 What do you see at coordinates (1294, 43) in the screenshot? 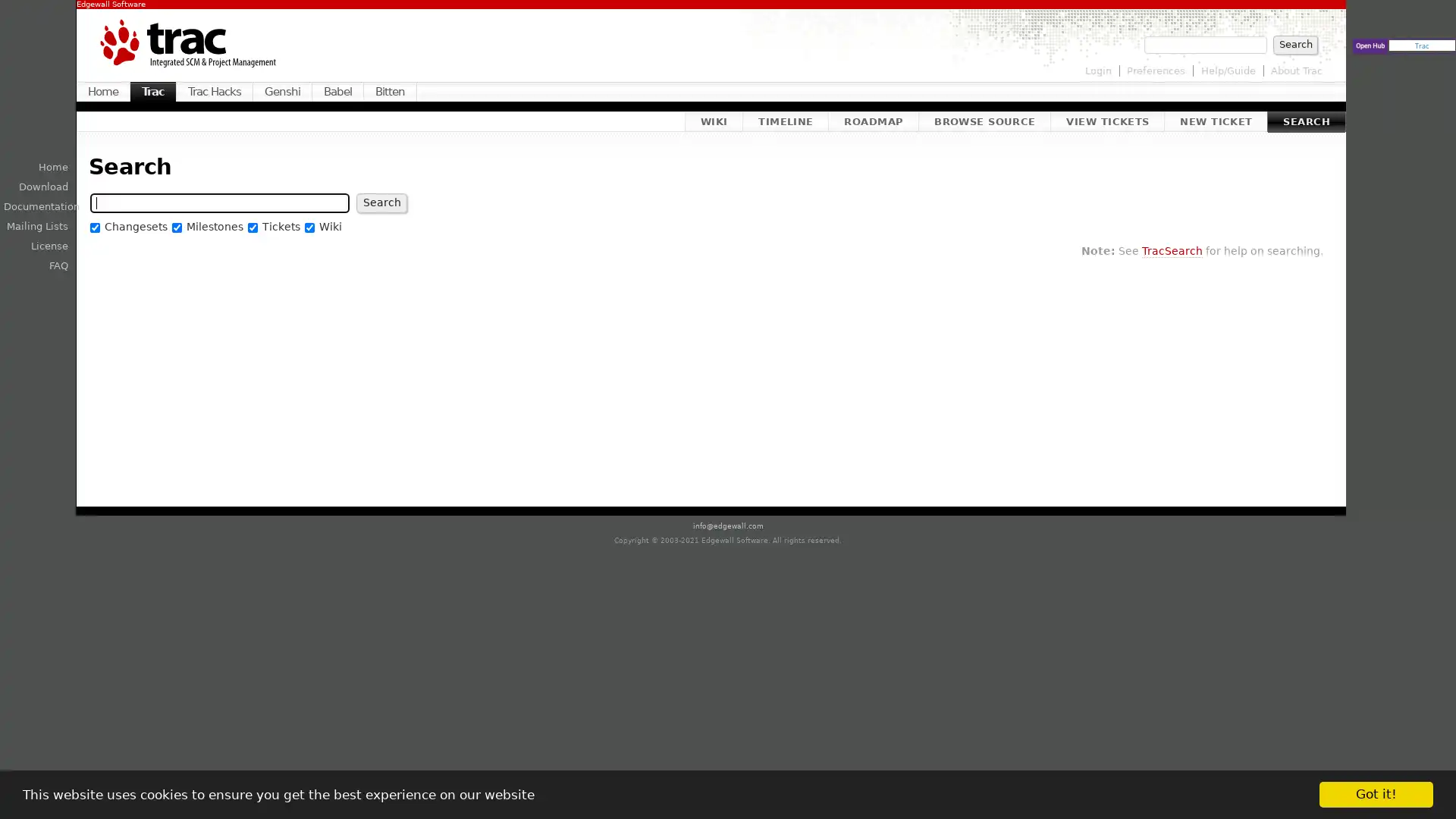
I see `Search` at bounding box center [1294, 43].